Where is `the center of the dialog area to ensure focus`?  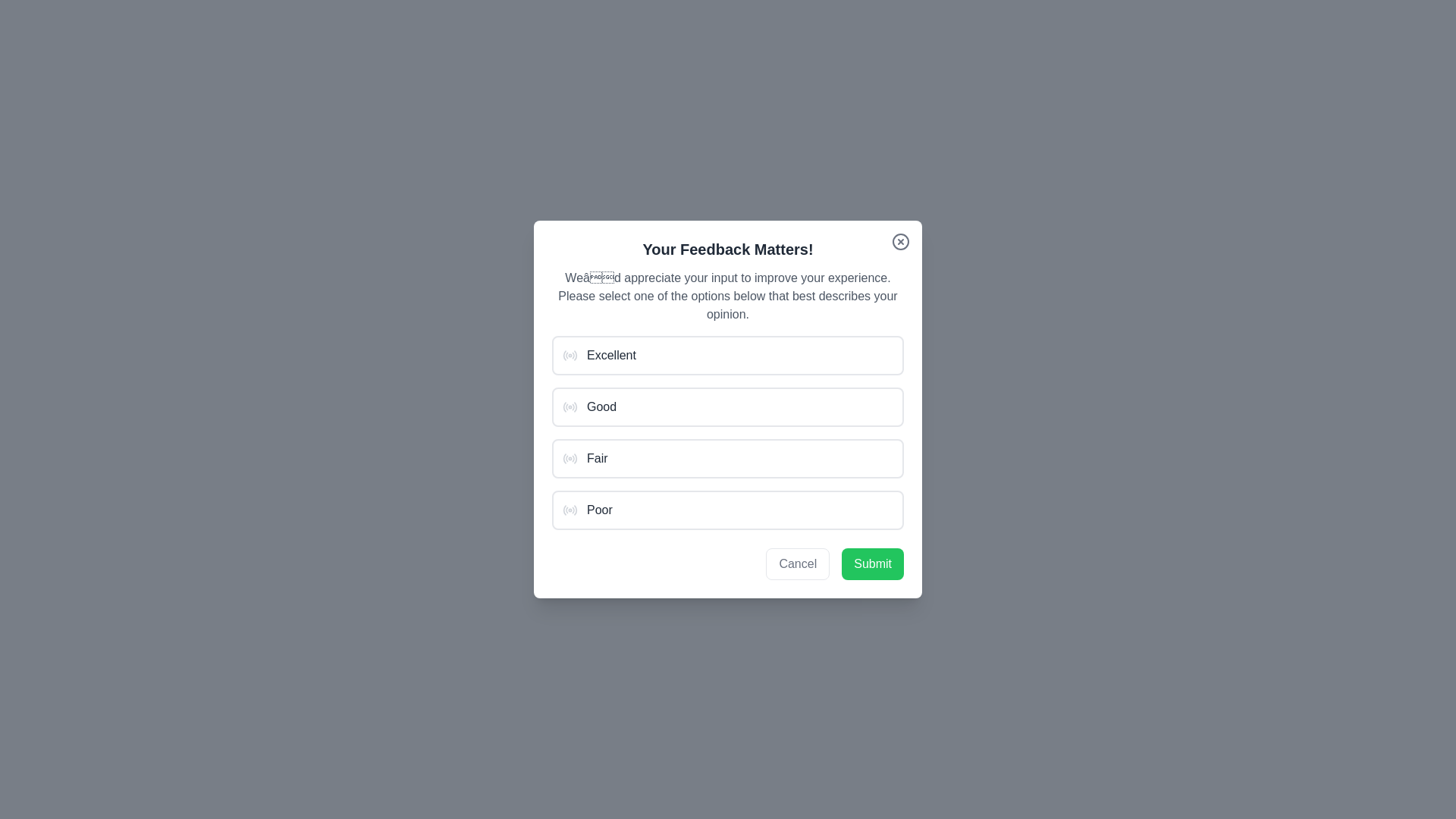 the center of the dialog area to ensure focus is located at coordinates (728, 409).